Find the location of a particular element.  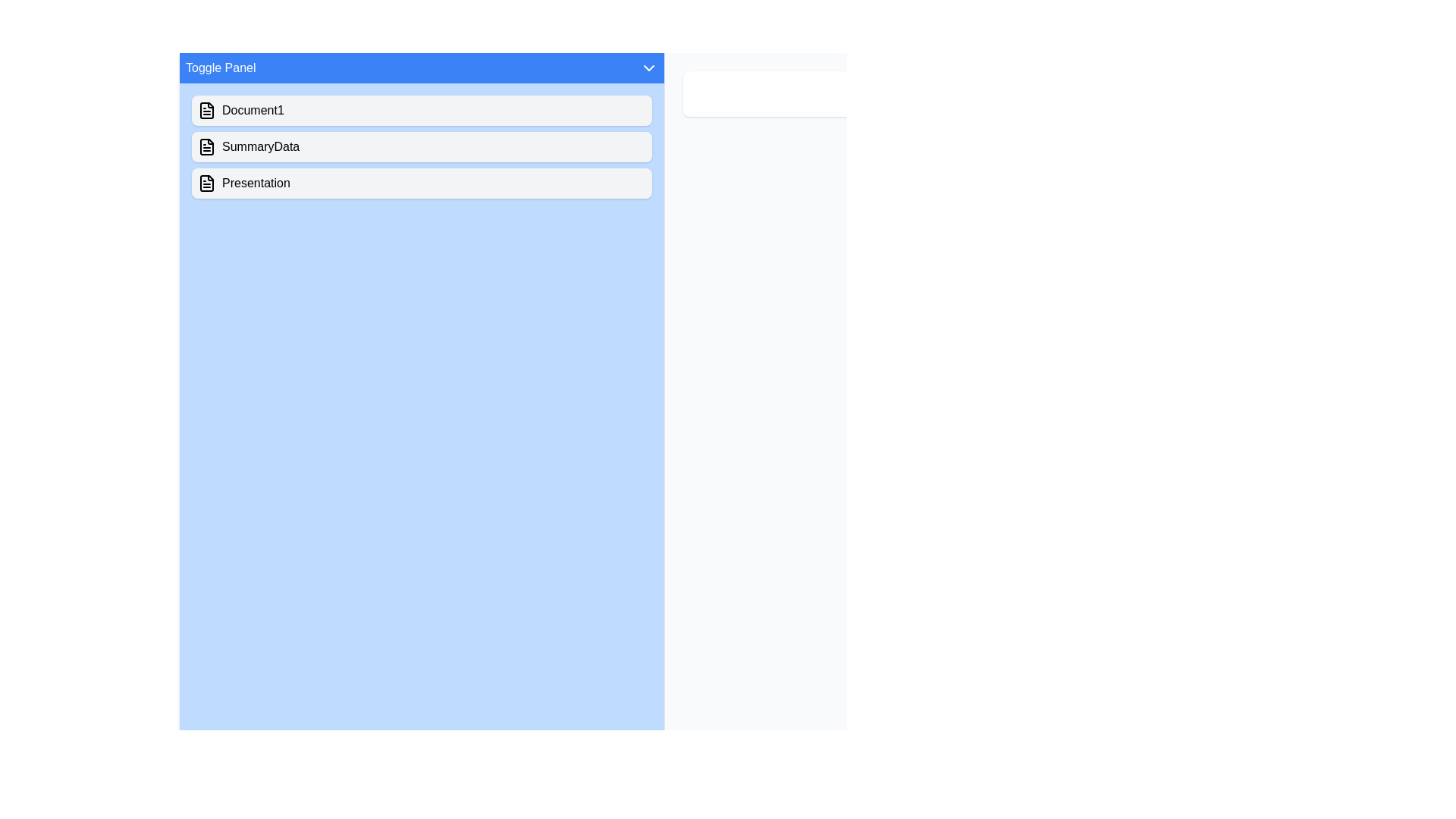

the file icon, which is a minimalistic document representation with a folded corner, located to the left of the 'Presentation' label in the third button of the vertical options list is located at coordinates (206, 183).